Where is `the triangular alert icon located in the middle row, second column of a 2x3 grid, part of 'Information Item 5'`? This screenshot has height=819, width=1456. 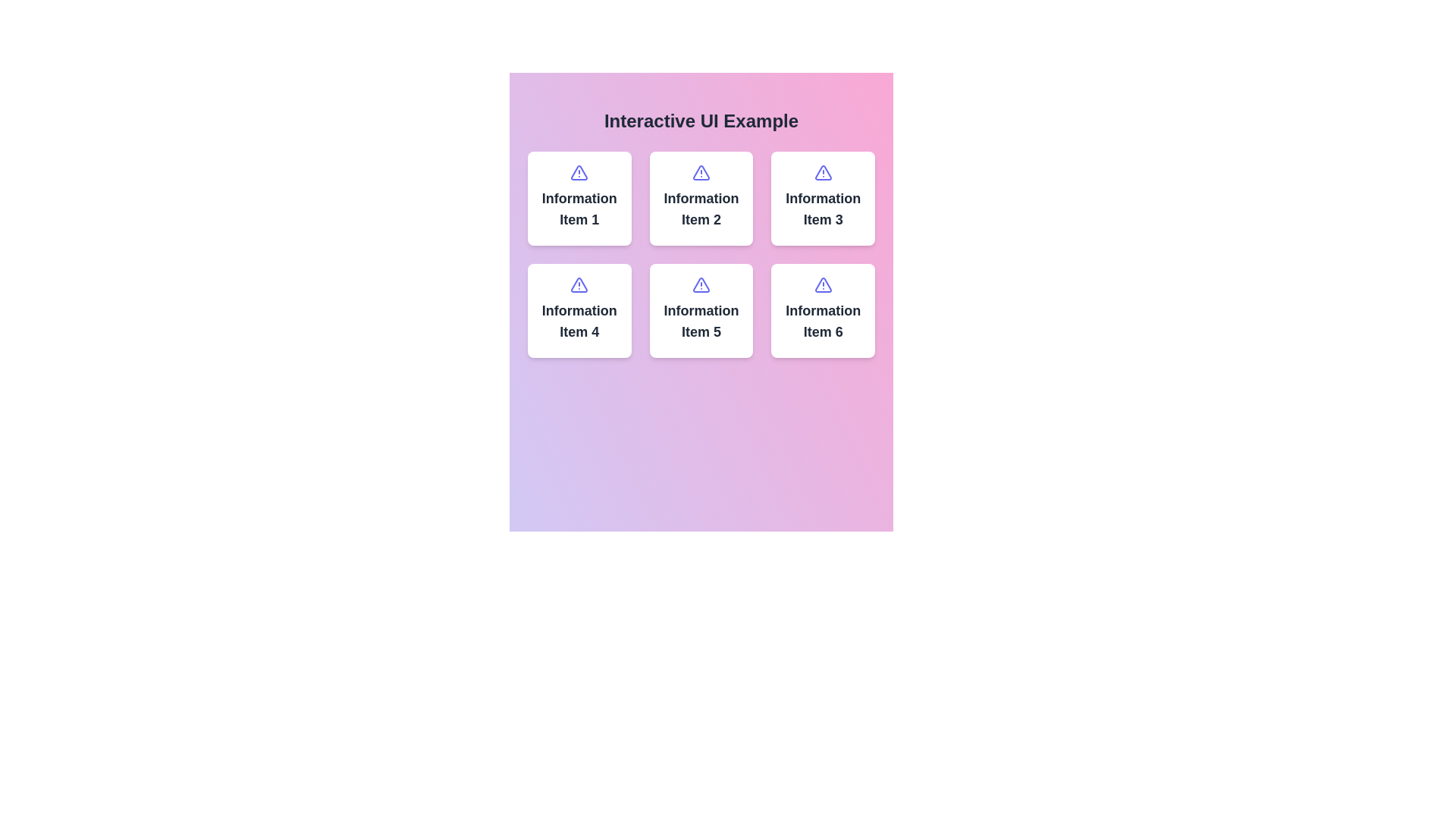 the triangular alert icon located in the middle row, second column of a 2x3 grid, part of 'Information Item 5' is located at coordinates (701, 284).